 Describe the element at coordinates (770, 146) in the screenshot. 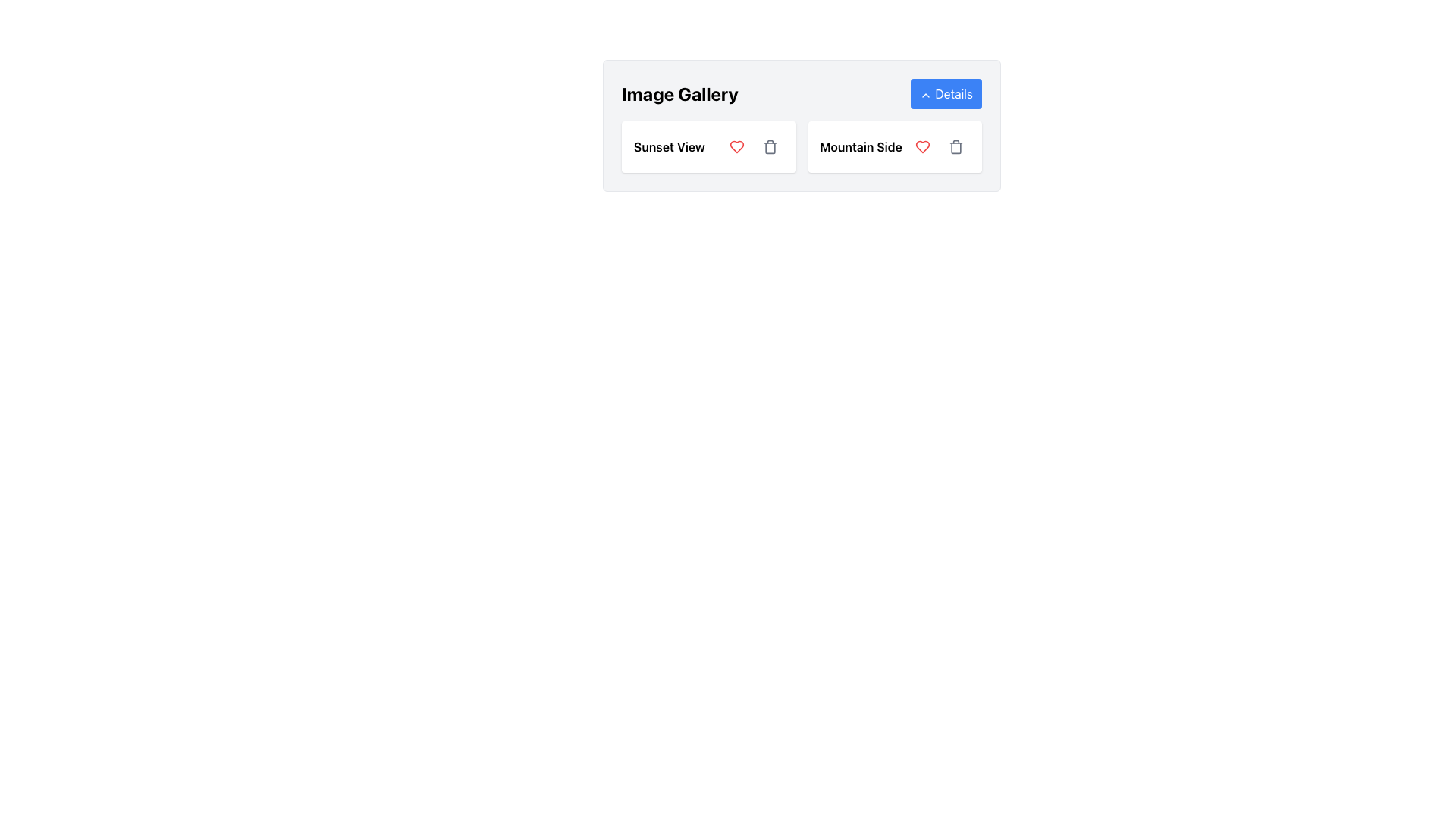

I see `the trash can icon button located next to the text 'Sunset View' in the 'Image Gallery' section` at that location.